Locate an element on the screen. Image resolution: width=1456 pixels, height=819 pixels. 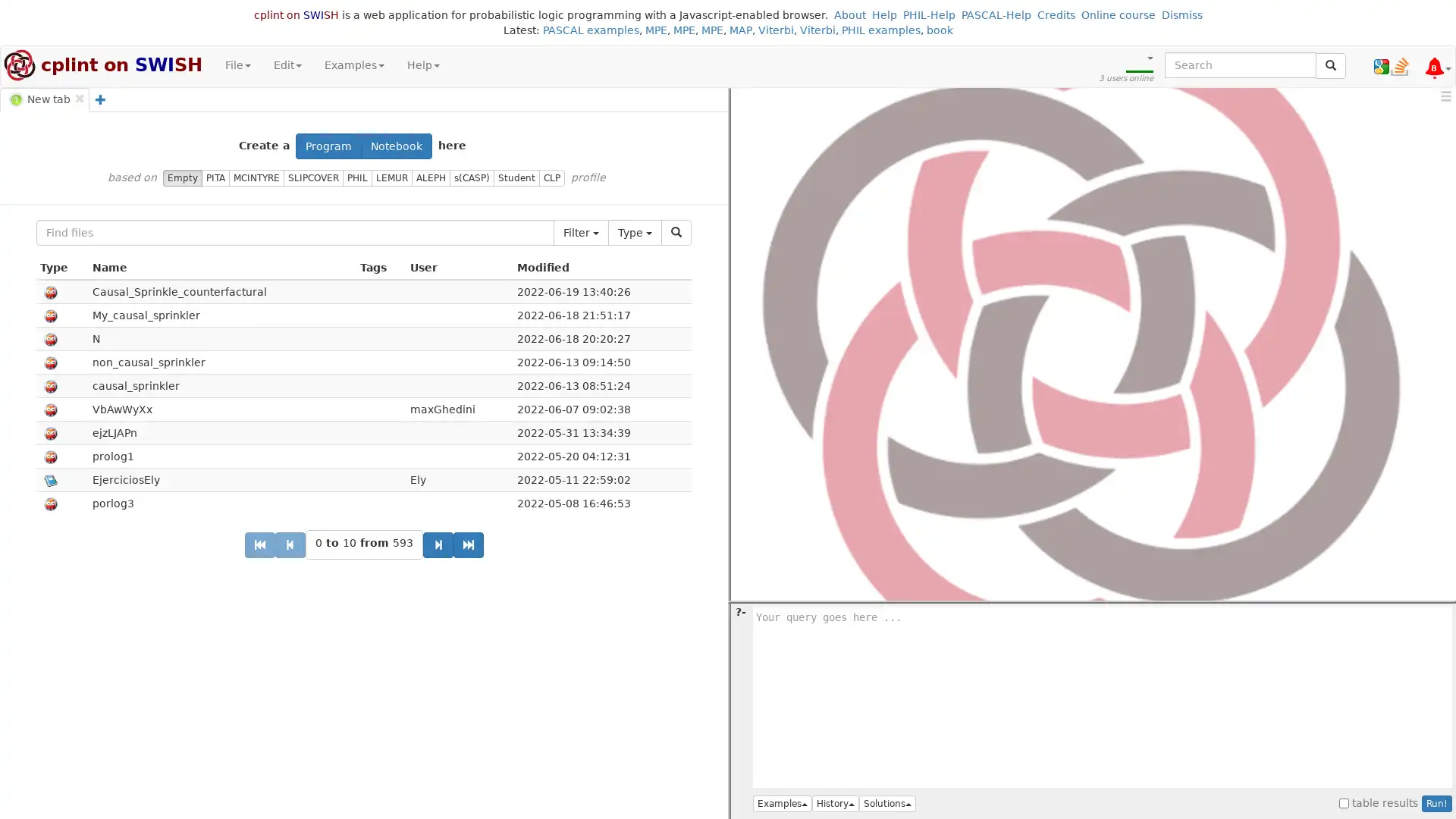
Solutions is located at coordinates (887, 803).